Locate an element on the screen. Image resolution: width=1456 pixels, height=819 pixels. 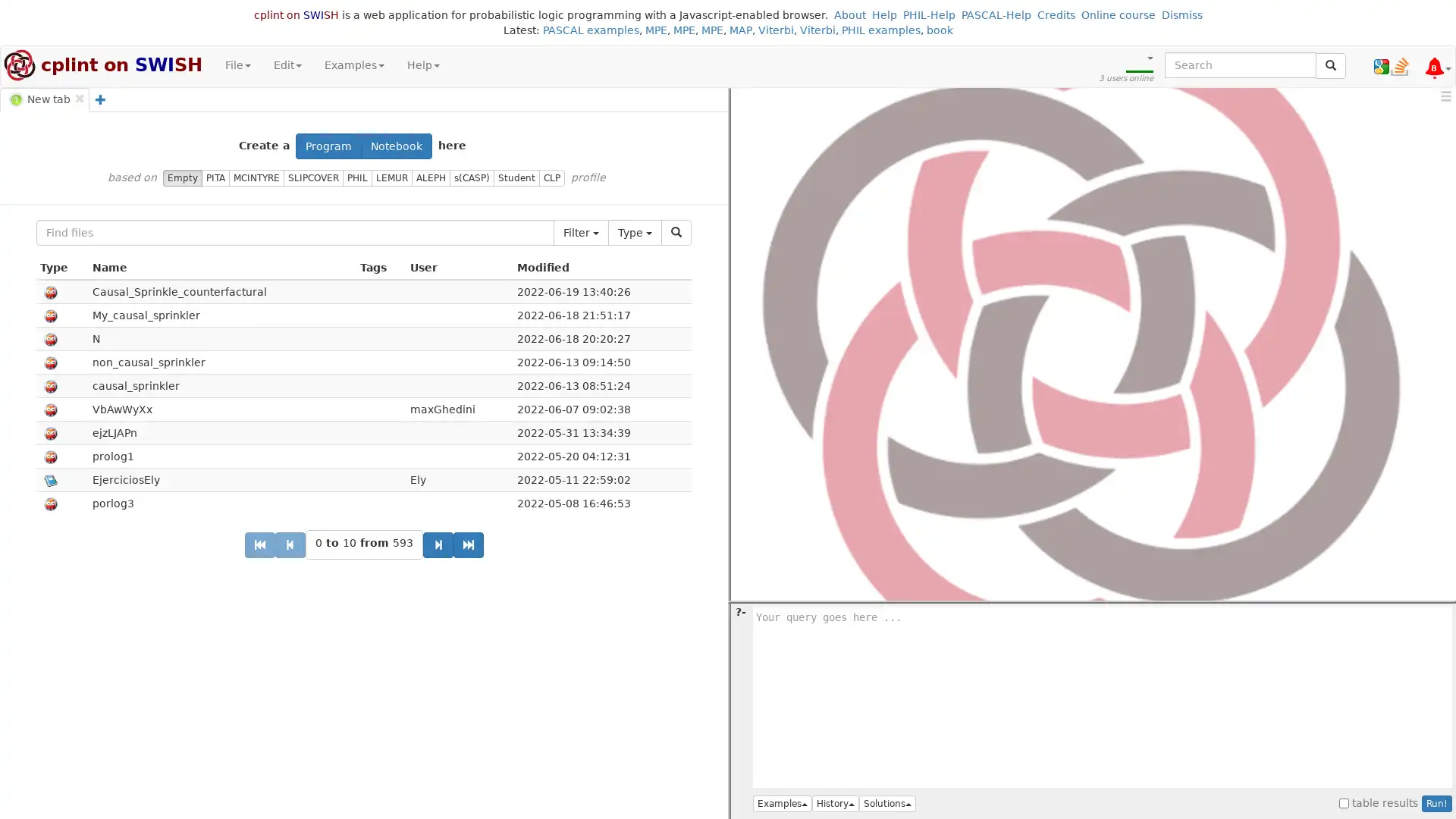
Solutions is located at coordinates (887, 803).